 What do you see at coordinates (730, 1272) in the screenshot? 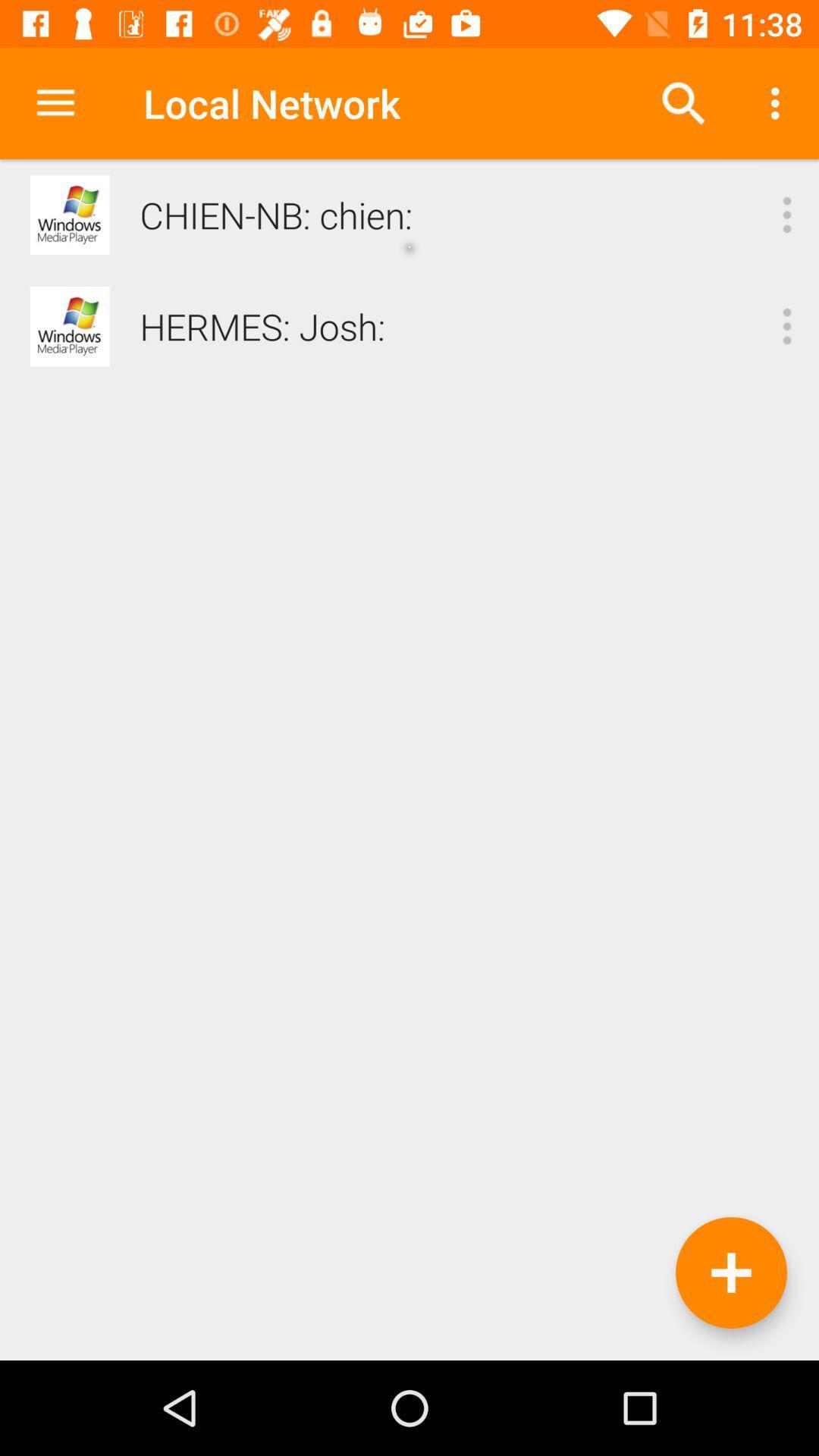
I see `adds local network` at bounding box center [730, 1272].